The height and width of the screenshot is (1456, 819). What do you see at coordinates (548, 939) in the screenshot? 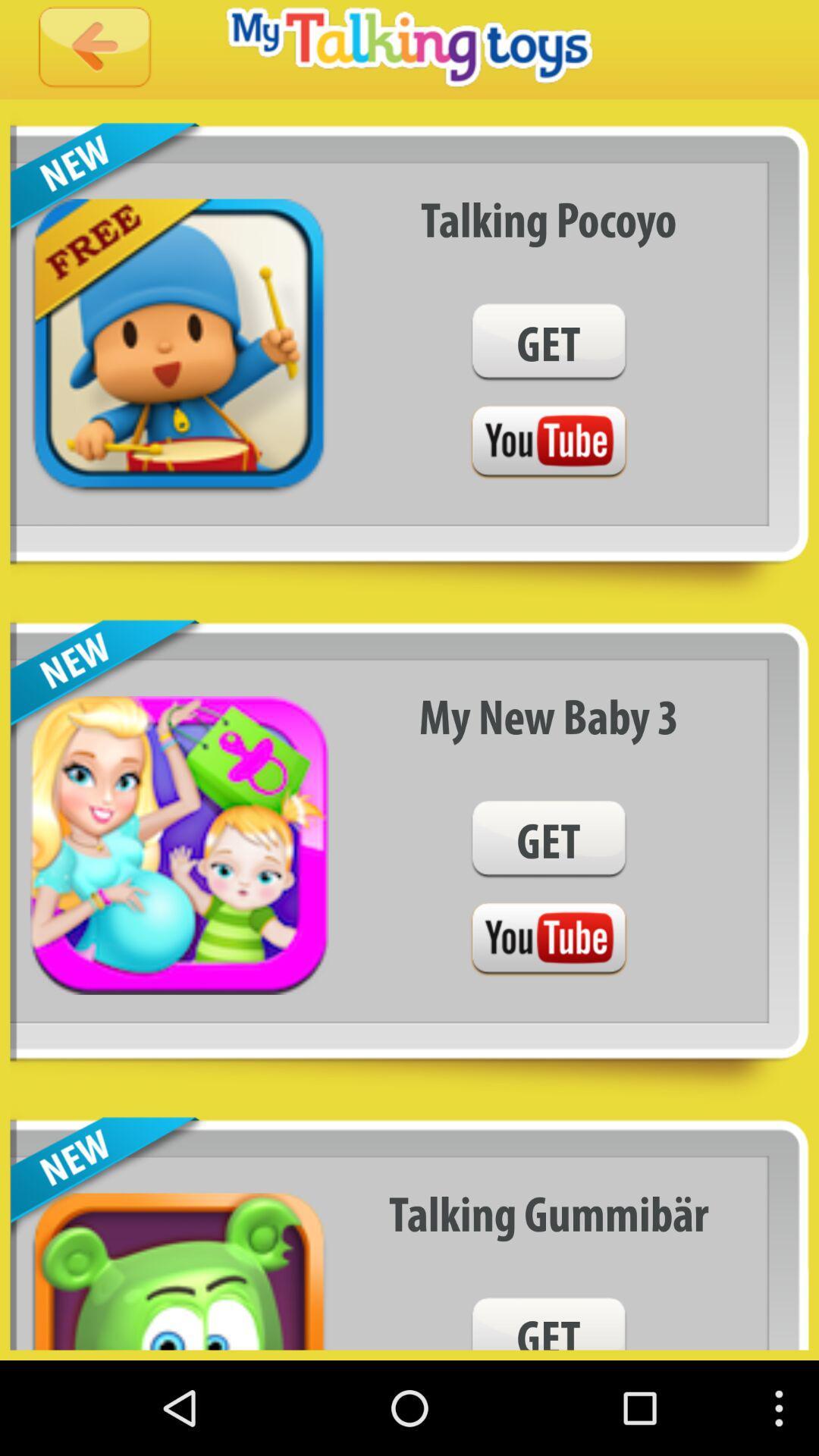
I see `you tube` at bounding box center [548, 939].